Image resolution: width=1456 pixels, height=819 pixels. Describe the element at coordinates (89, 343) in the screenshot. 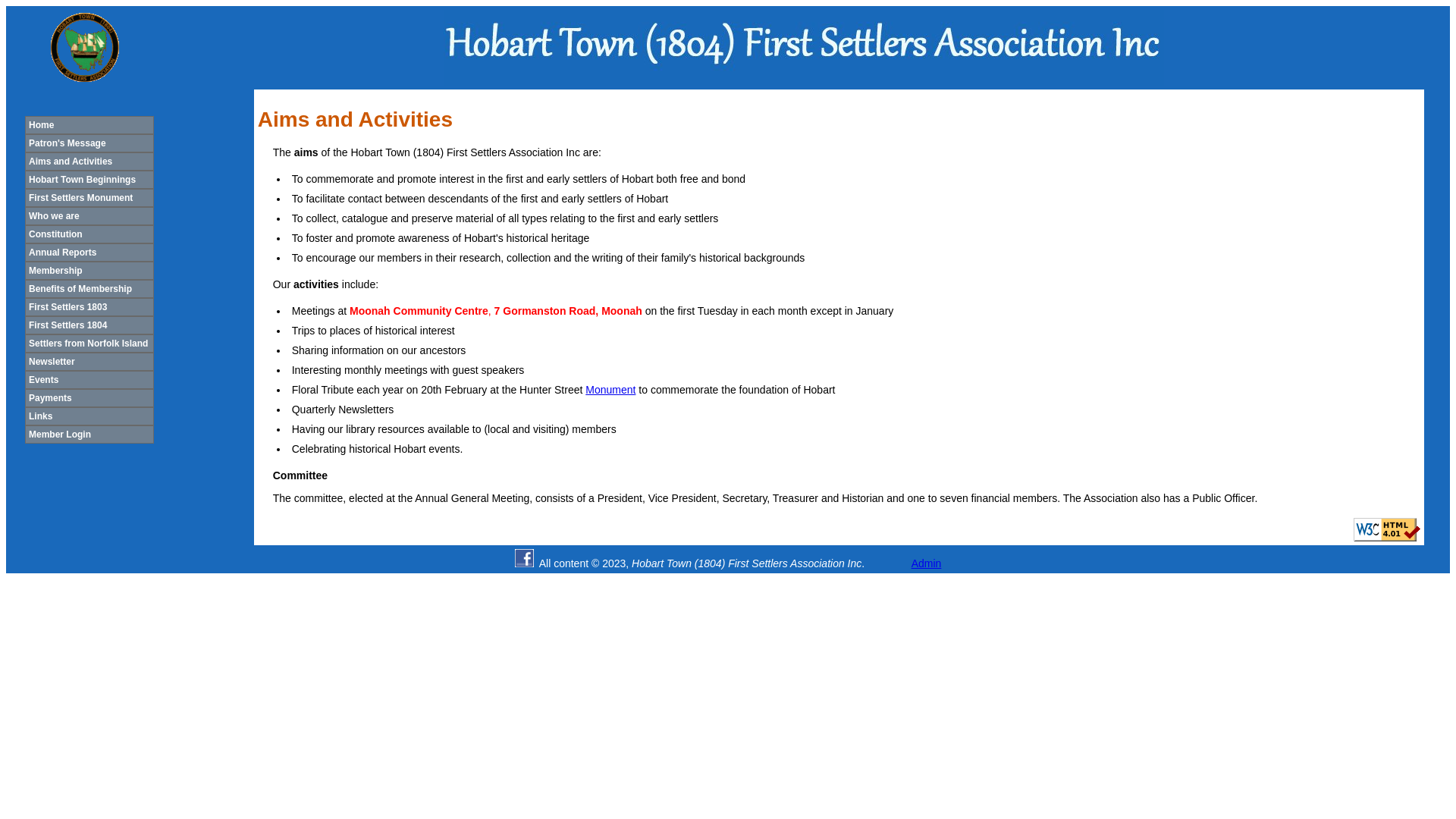

I see `'Settlers from Norfolk Island'` at that location.